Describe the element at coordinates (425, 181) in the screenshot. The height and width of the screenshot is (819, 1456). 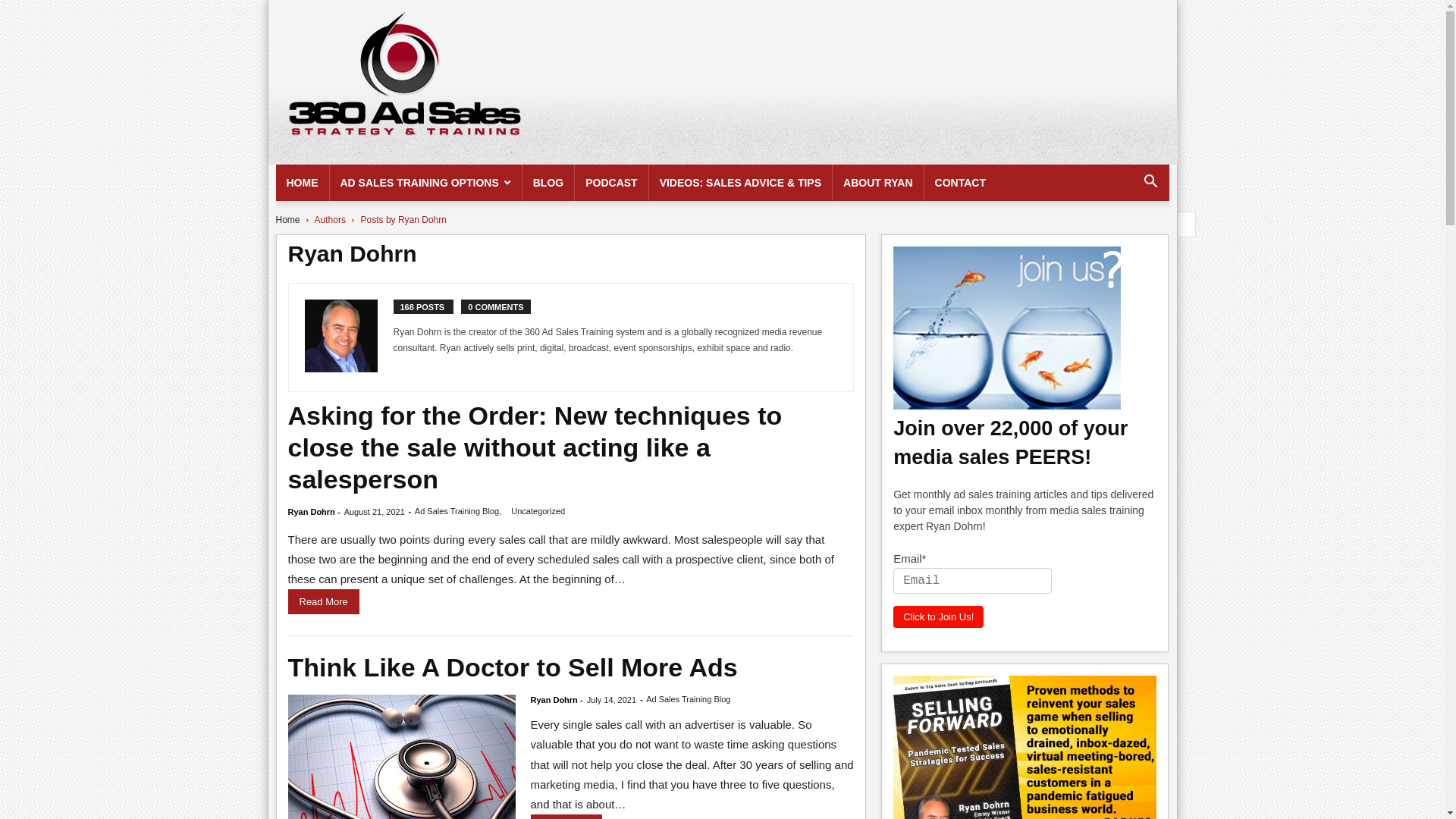
I see `'AD SALES TRAINING OPTIONS'` at that location.